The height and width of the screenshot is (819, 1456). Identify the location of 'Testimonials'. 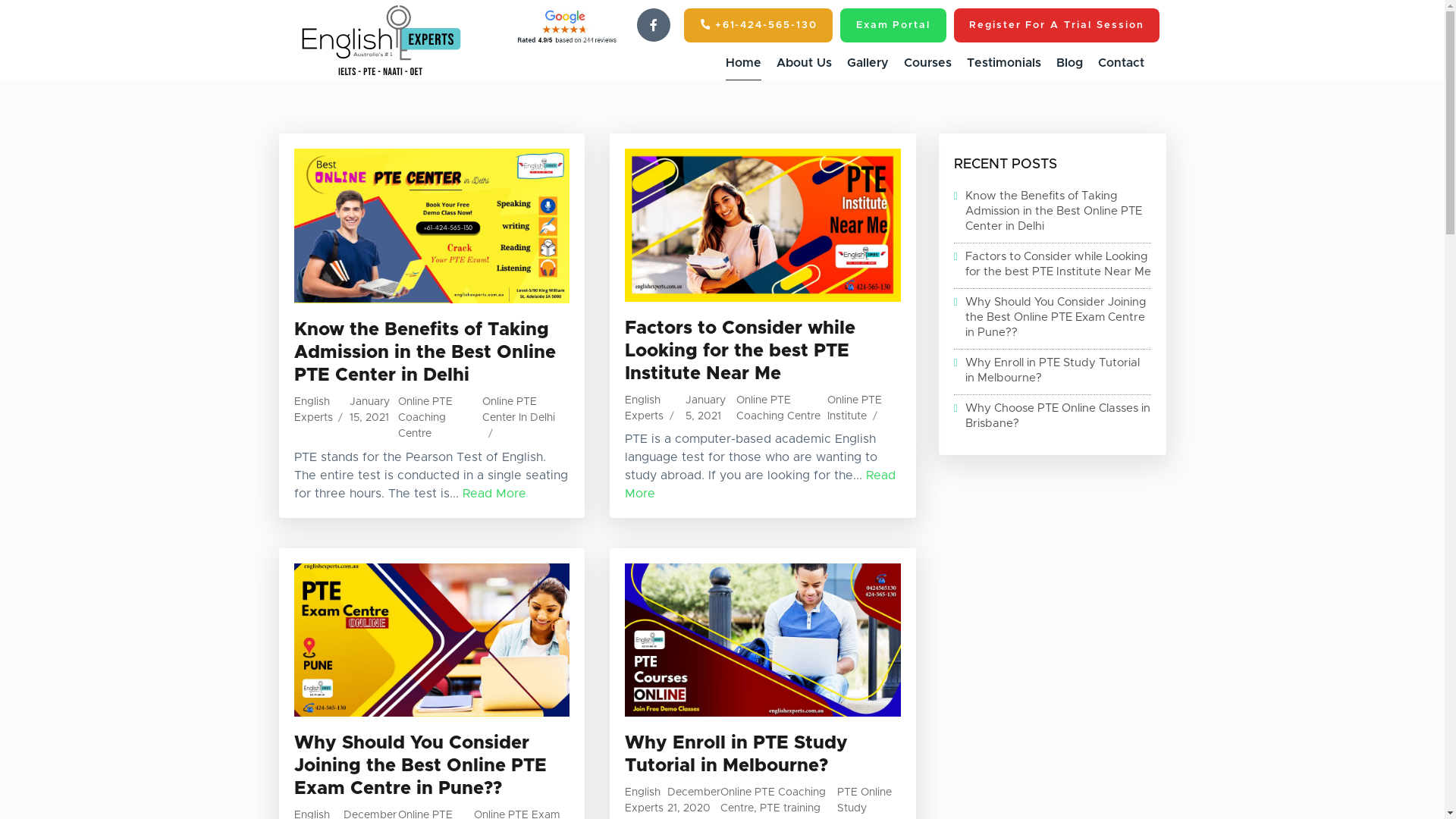
(965, 62).